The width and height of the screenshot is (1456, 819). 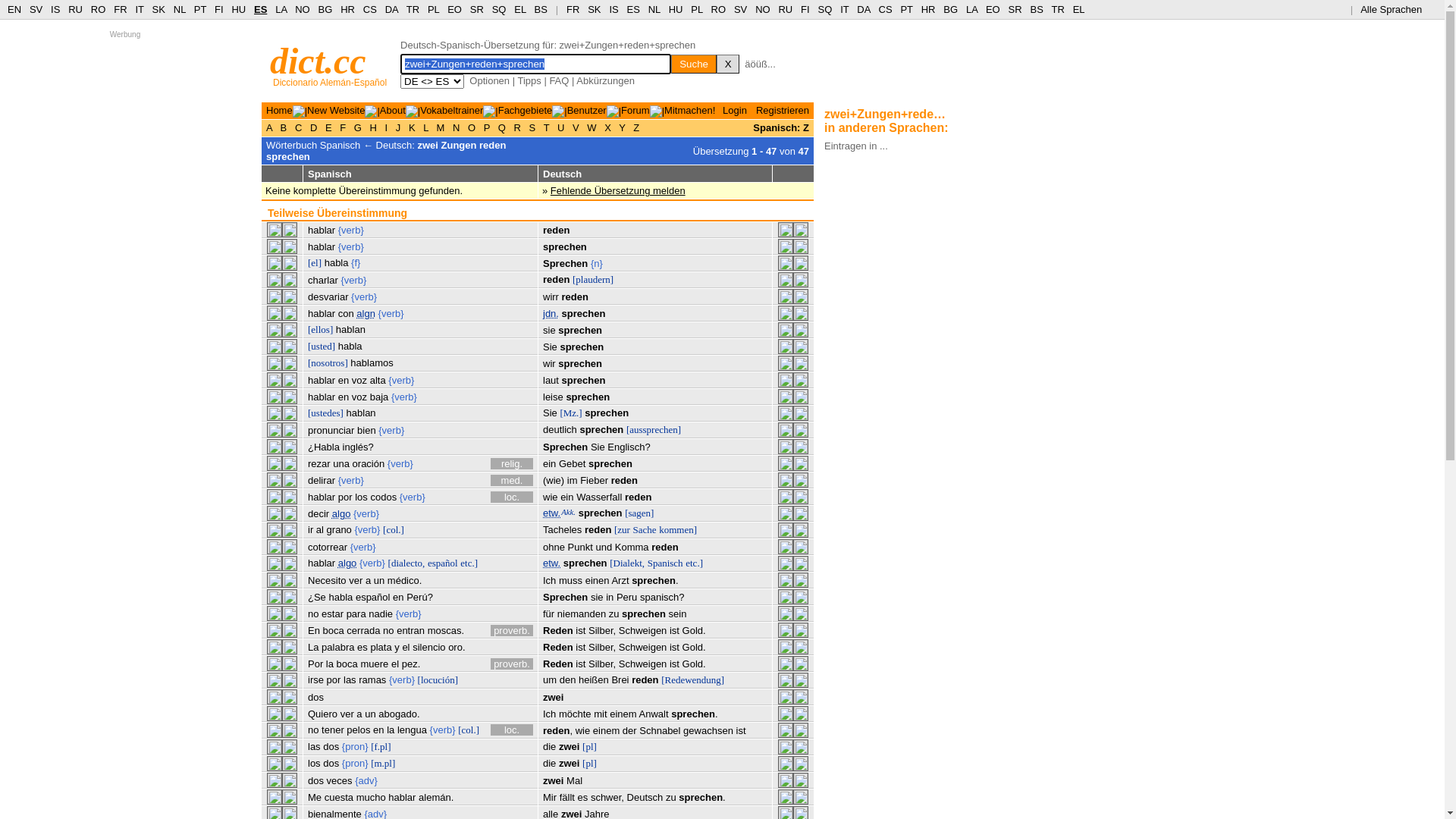 What do you see at coordinates (532, 127) in the screenshot?
I see `'S'` at bounding box center [532, 127].